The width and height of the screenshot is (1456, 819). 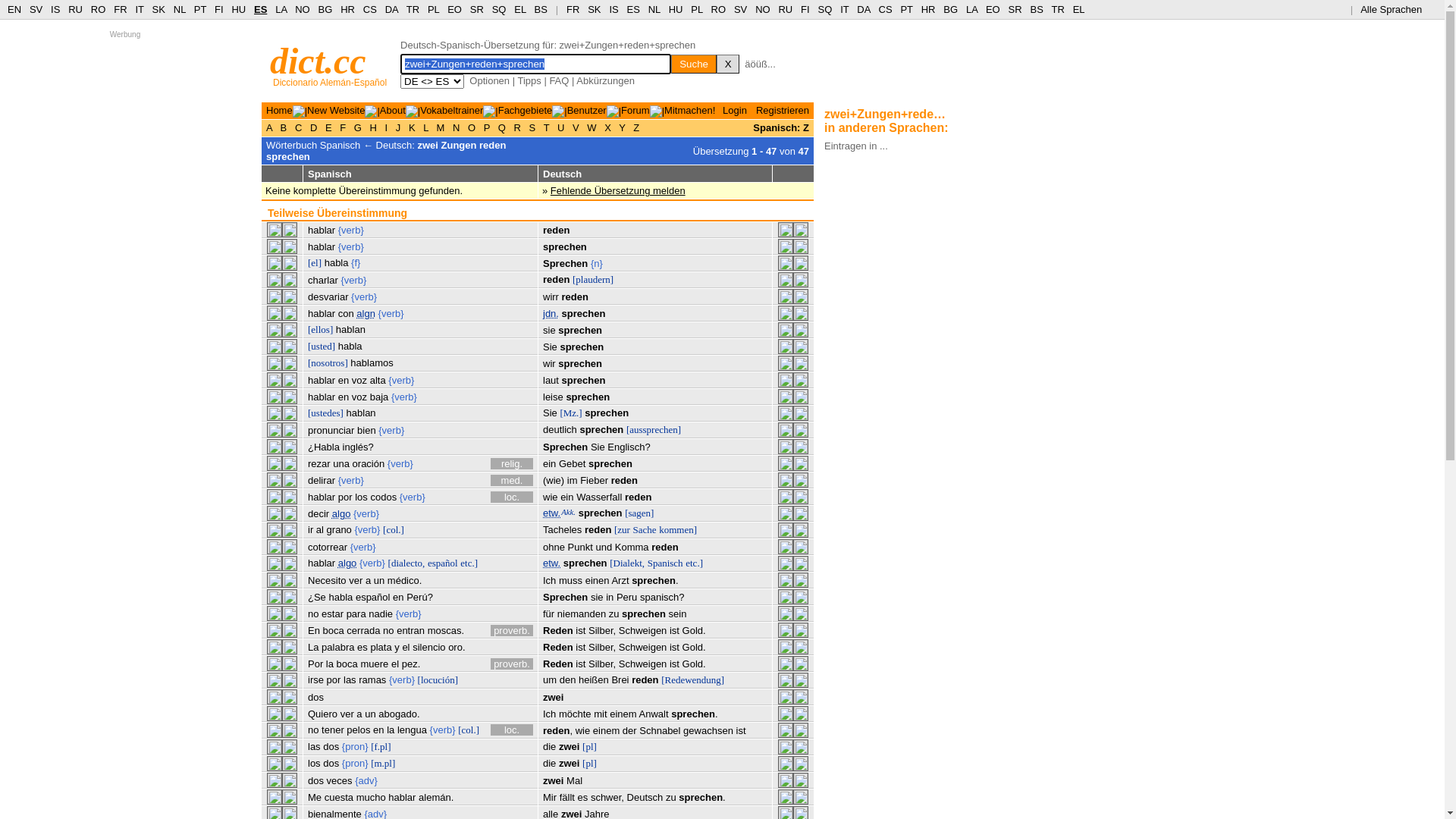 What do you see at coordinates (532, 127) in the screenshot?
I see `'S'` at bounding box center [532, 127].